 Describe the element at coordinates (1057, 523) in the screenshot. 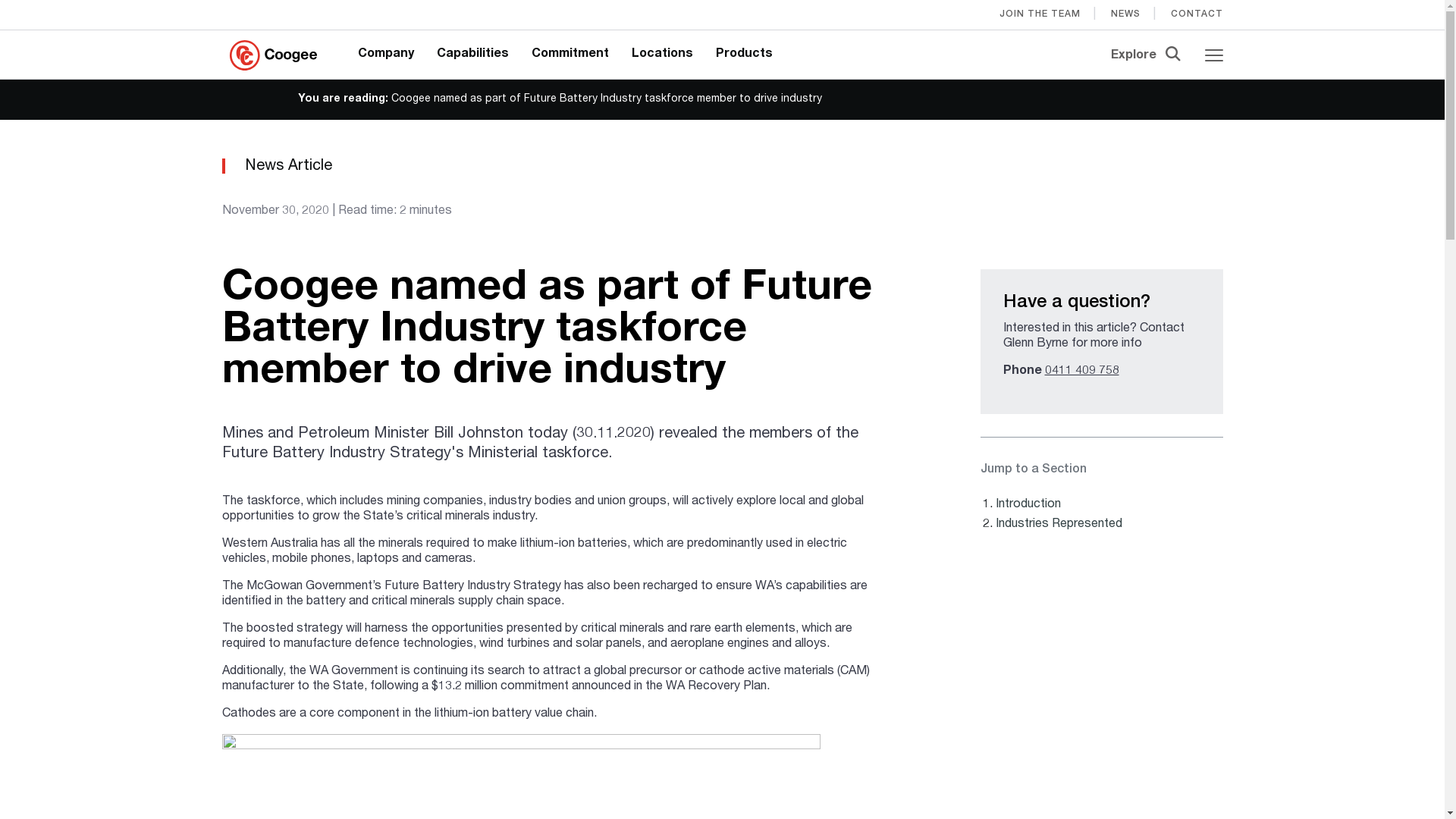

I see `'Industries Represented'` at that location.